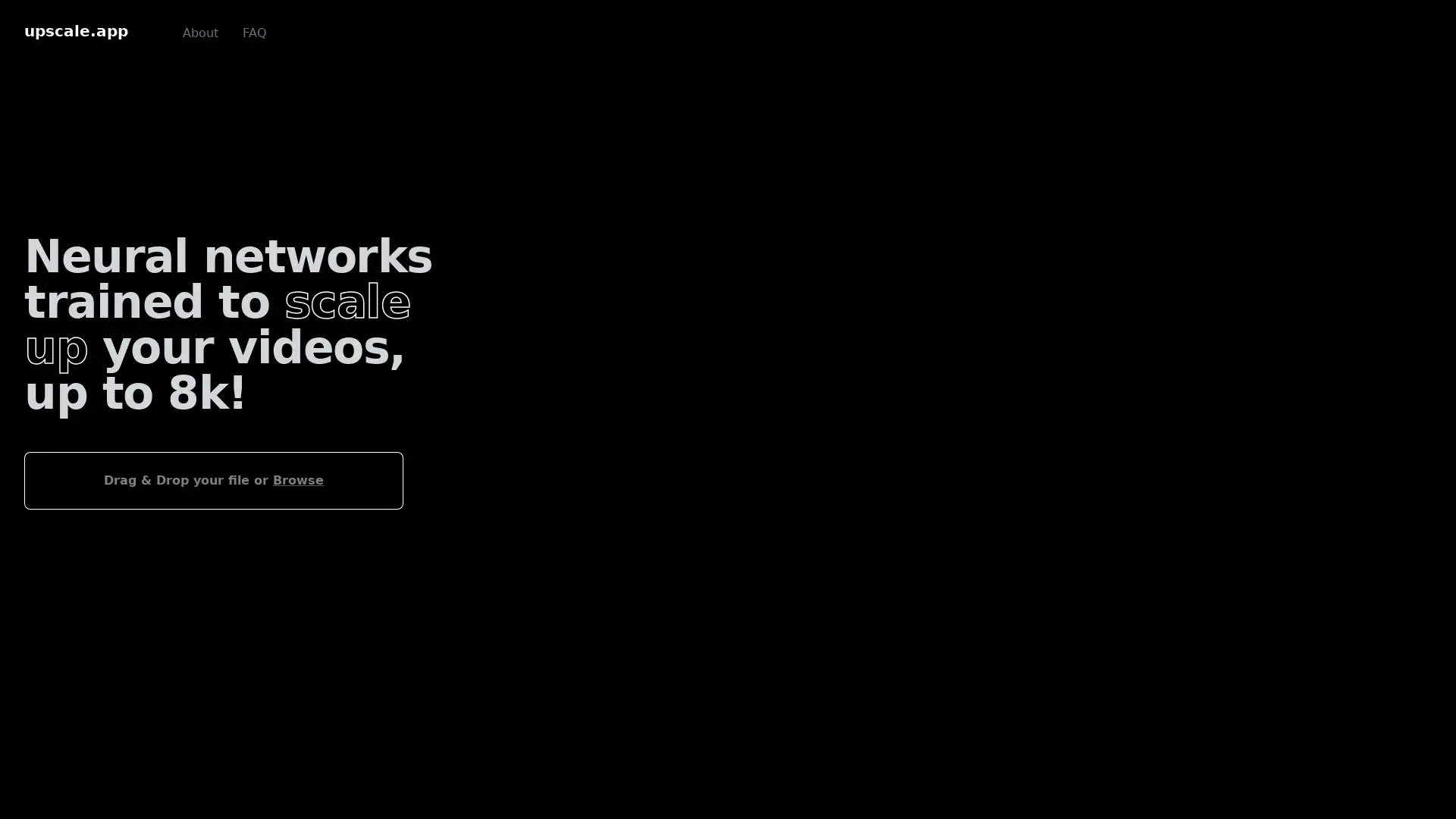 The height and width of the screenshot is (819, 1456). I want to click on Choose File, so click(30, 453).